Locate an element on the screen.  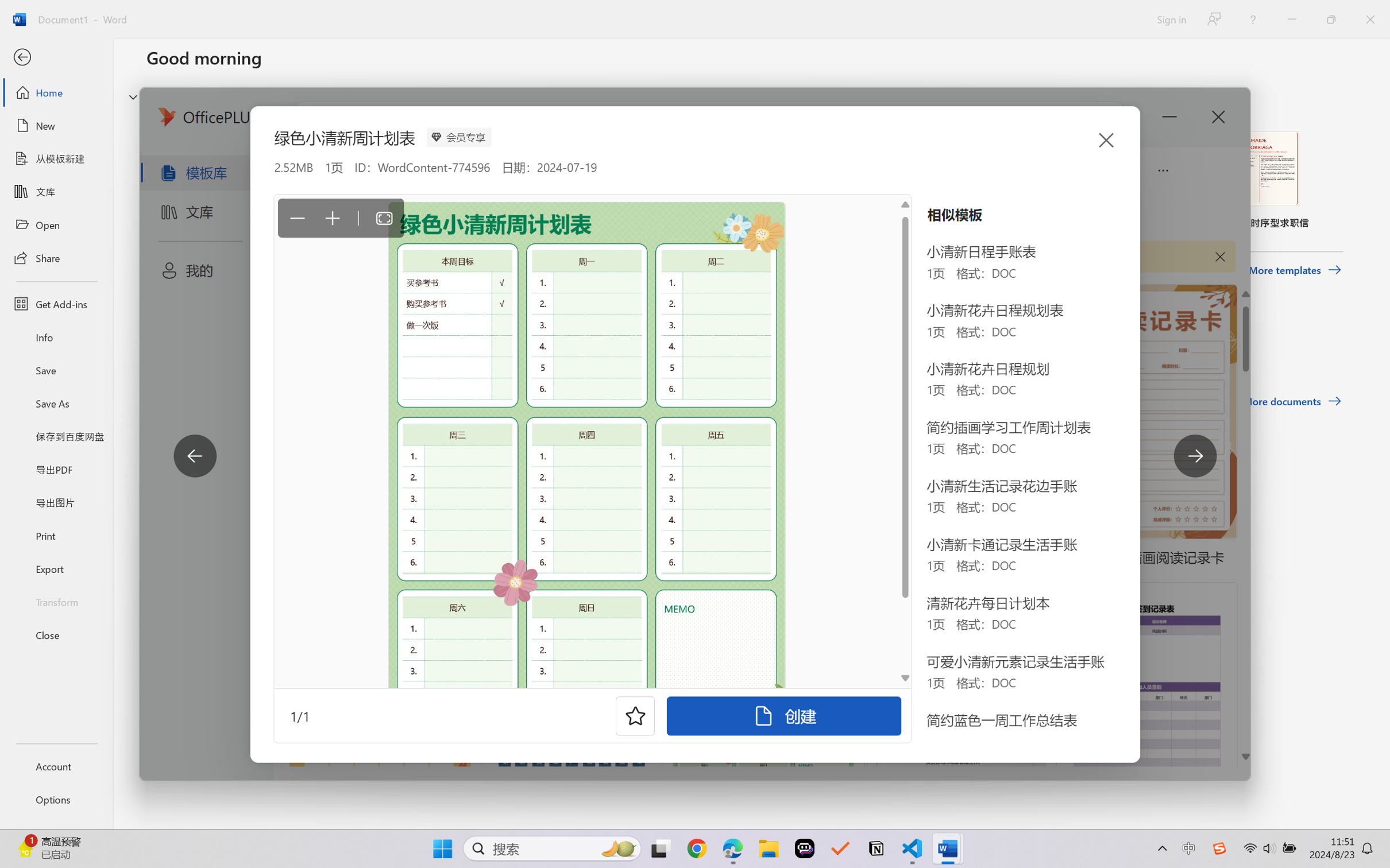
'Info' is located at coordinates (56, 336).